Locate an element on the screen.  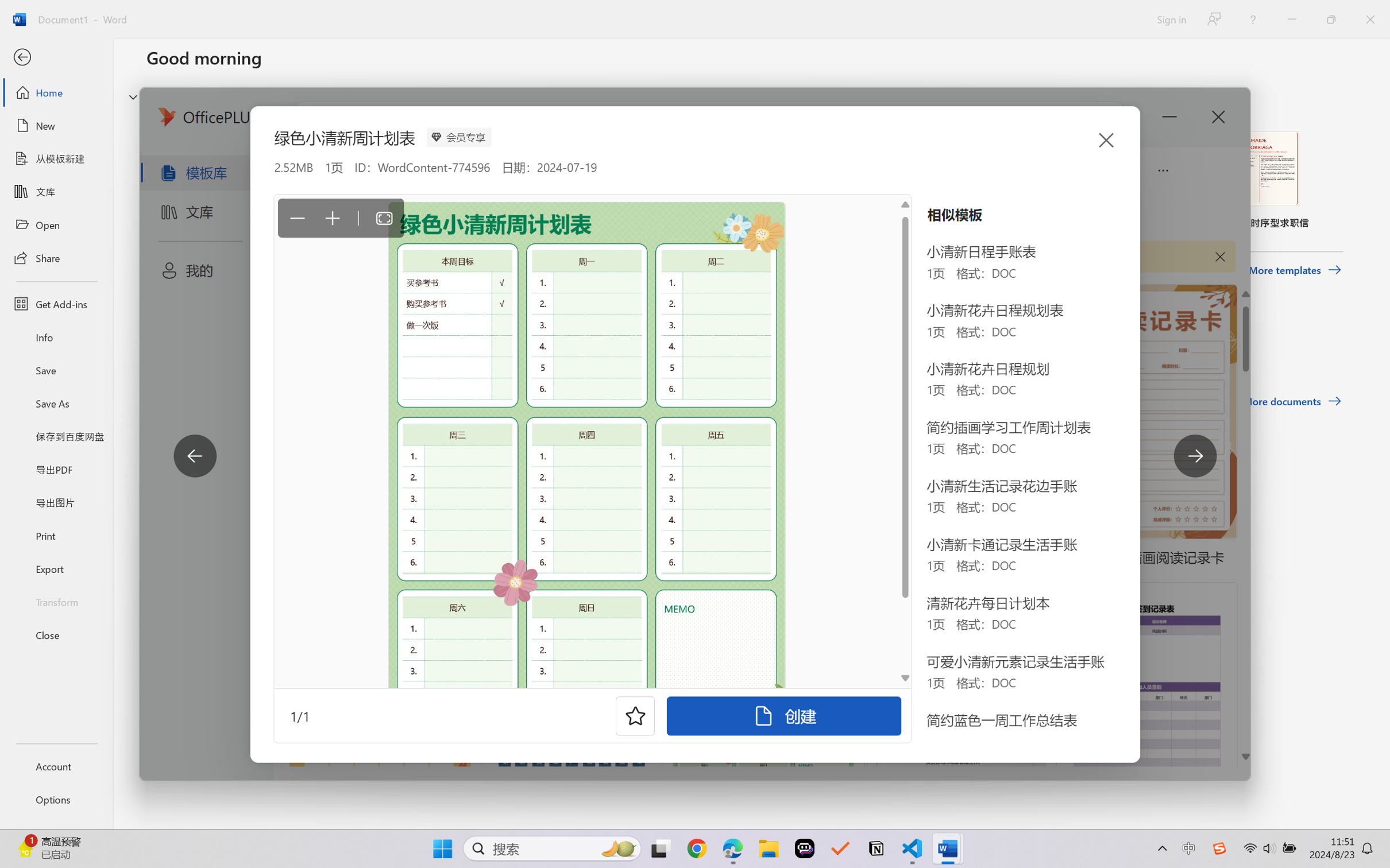
'Info' is located at coordinates (56, 336).